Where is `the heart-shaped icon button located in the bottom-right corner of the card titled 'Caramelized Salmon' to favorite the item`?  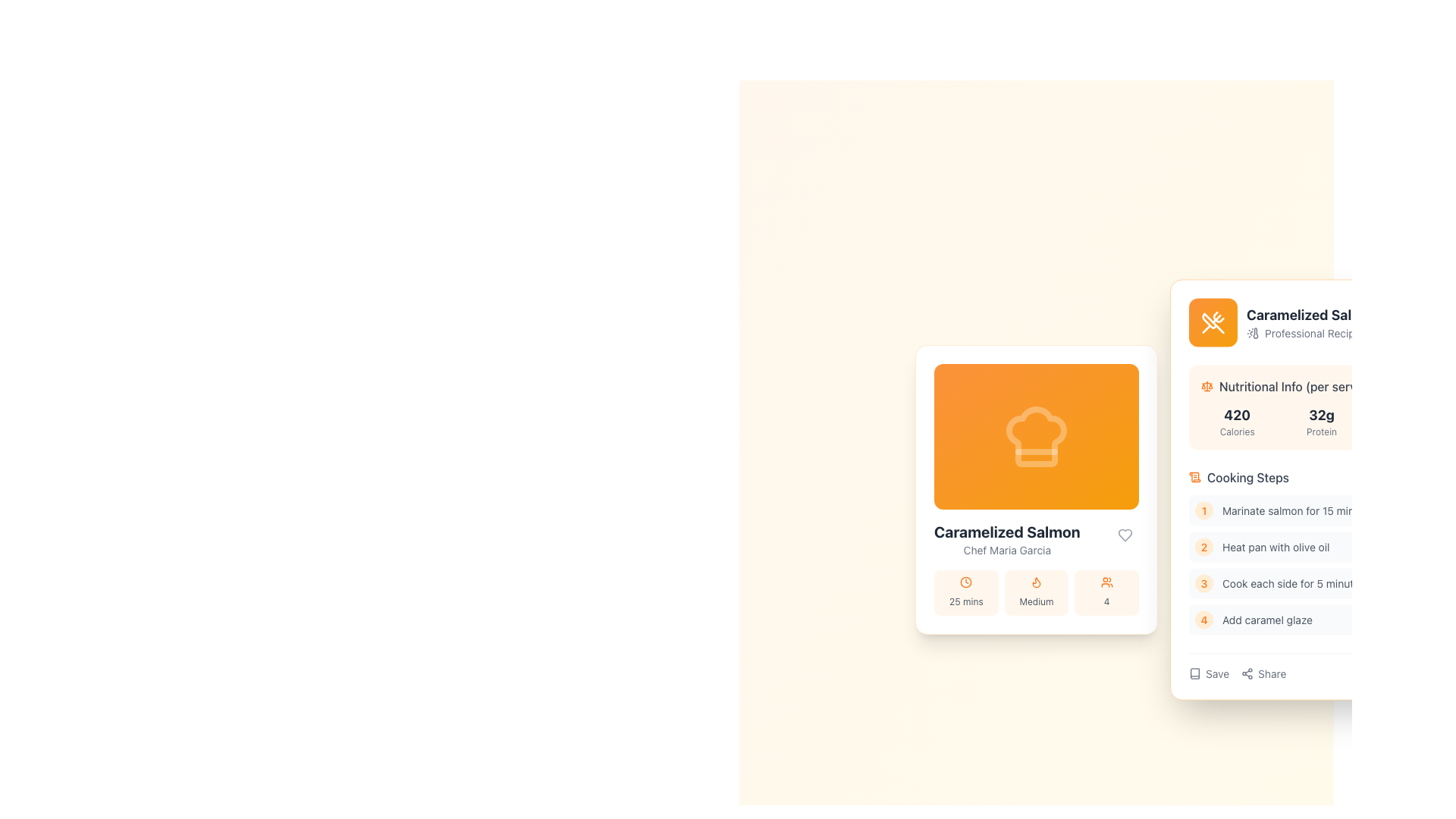 the heart-shaped icon button located in the bottom-right corner of the card titled 'Caramelized Salmon' to favorite the item is located at coordinates (1125, 534).